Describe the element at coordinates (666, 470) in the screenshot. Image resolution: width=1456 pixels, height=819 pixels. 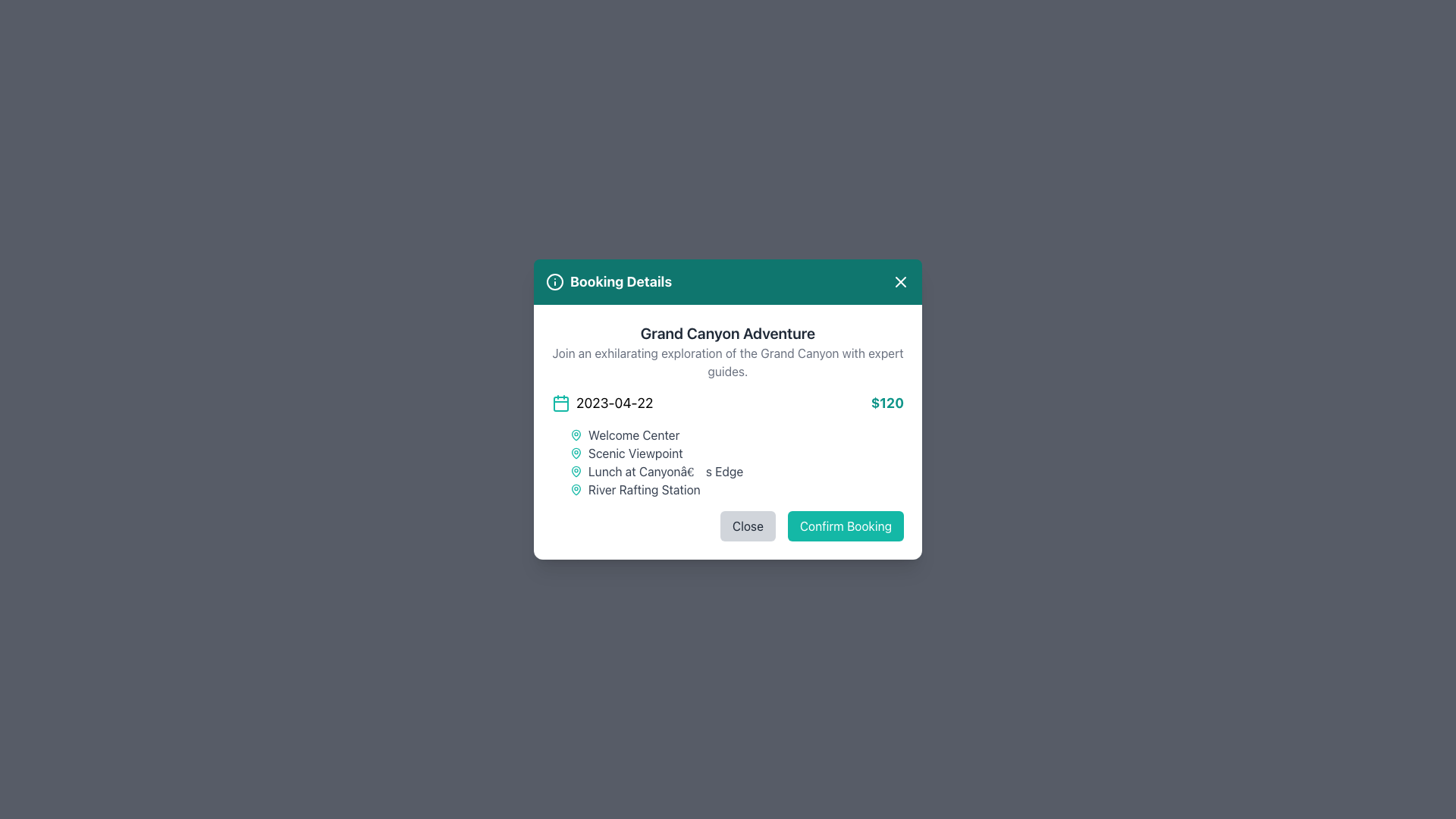
I see `the text label reading 'Lunch at Canyonâ€™s Edge', which is the third item in a vertical list of text labels, positioned slightly to the right of a map pin icon` at that location.